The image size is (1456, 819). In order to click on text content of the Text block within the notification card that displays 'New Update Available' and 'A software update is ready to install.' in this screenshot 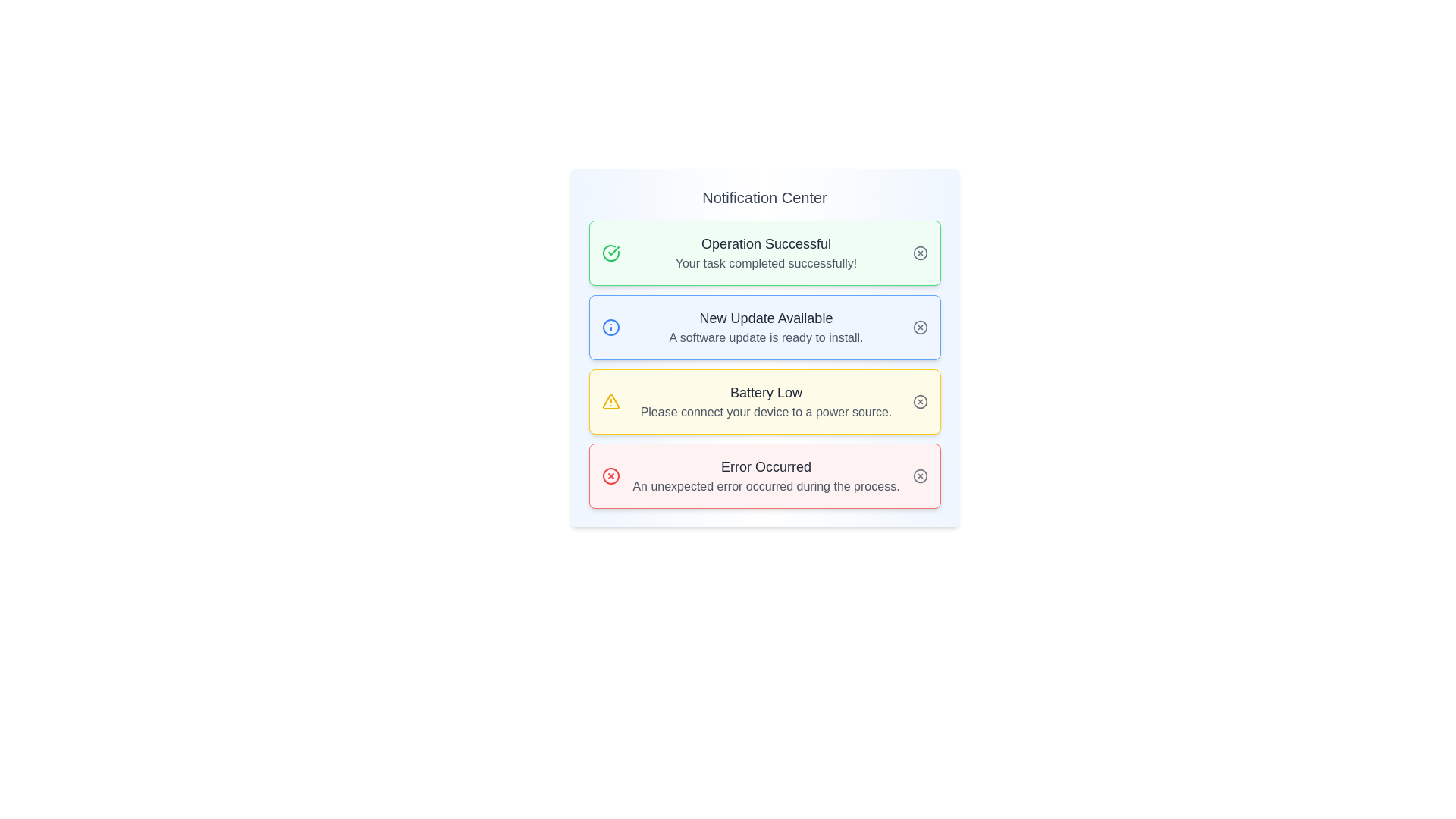, I will do `click(766, 327)`.